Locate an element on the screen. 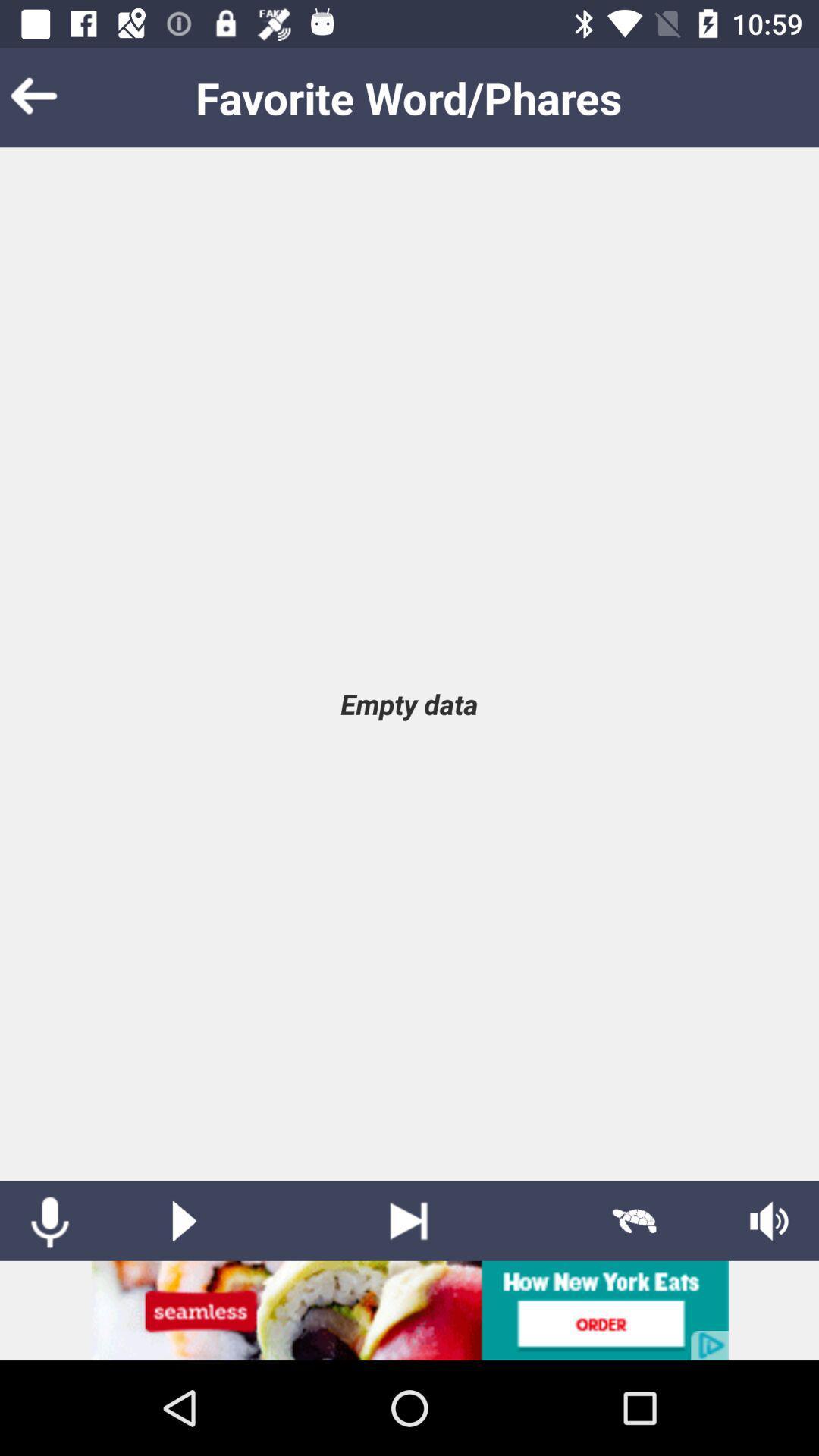 The height and width of the screenshot is (1456, 819). volume option is located at coordinates (769, 1221).